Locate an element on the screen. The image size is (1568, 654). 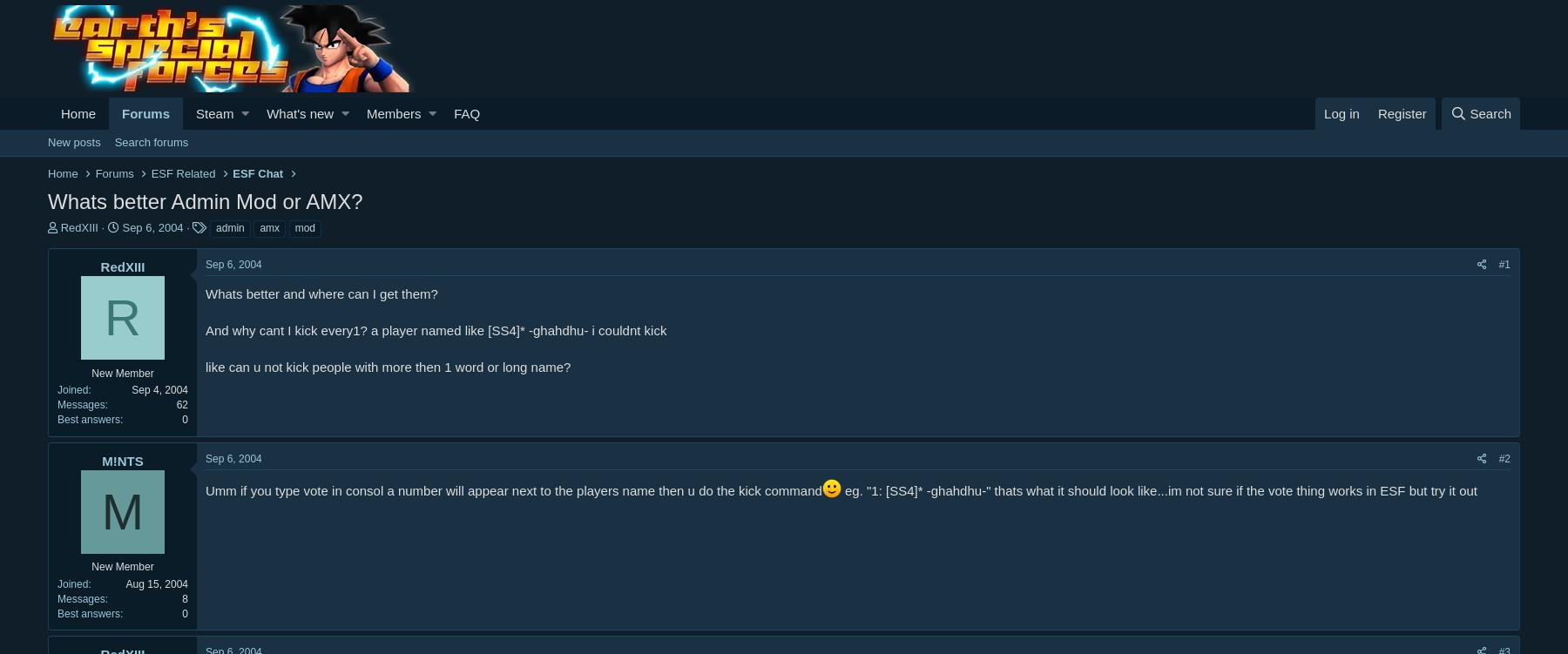
'FAQ' is located at coordinates (466, 112).